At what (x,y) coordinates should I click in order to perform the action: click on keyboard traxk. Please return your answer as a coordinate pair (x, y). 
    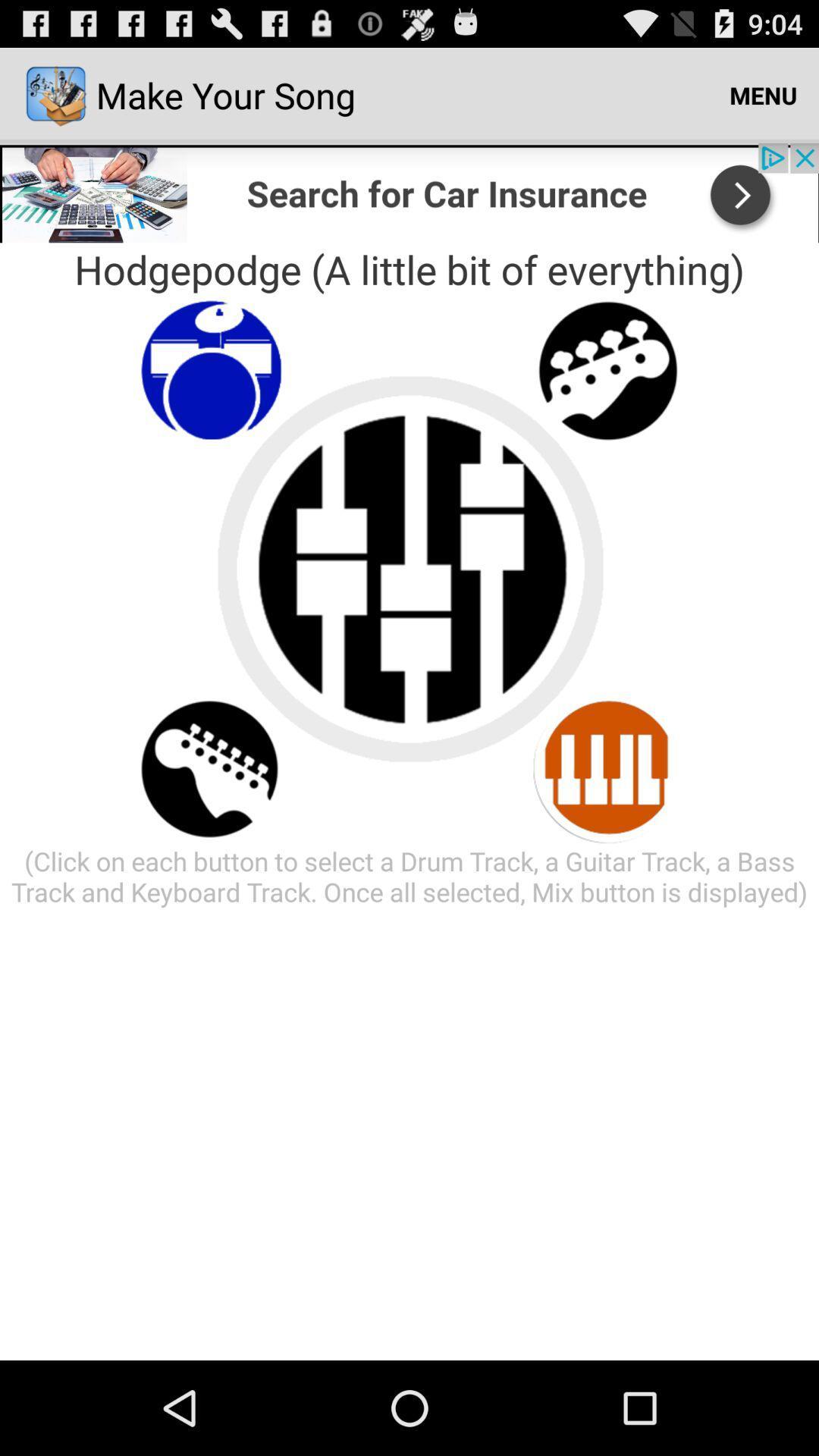
    Looking at the image, I should click on (607, 768).